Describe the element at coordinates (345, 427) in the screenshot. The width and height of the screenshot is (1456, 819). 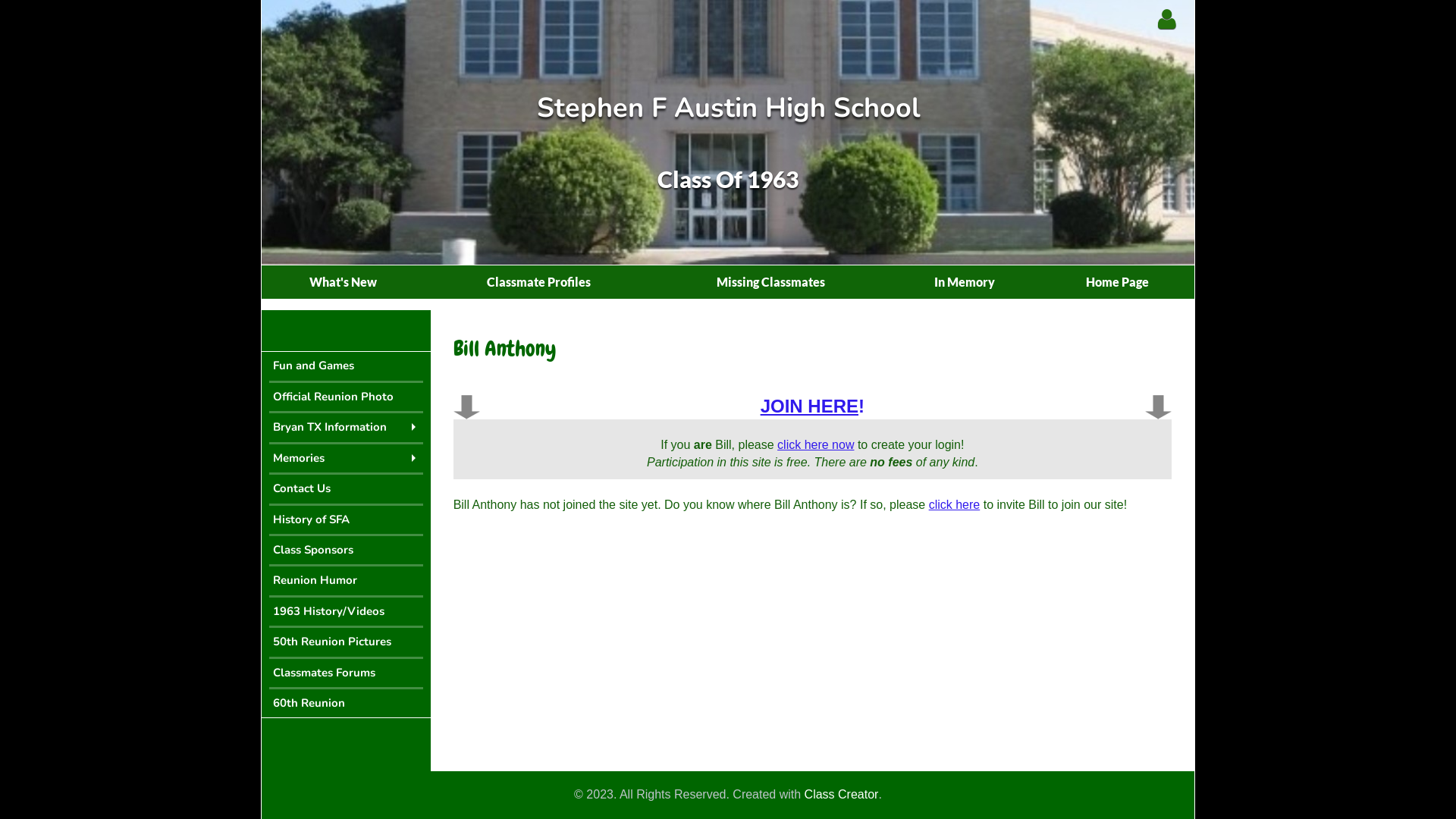
I see `'Bryan TX Information'` at that location.